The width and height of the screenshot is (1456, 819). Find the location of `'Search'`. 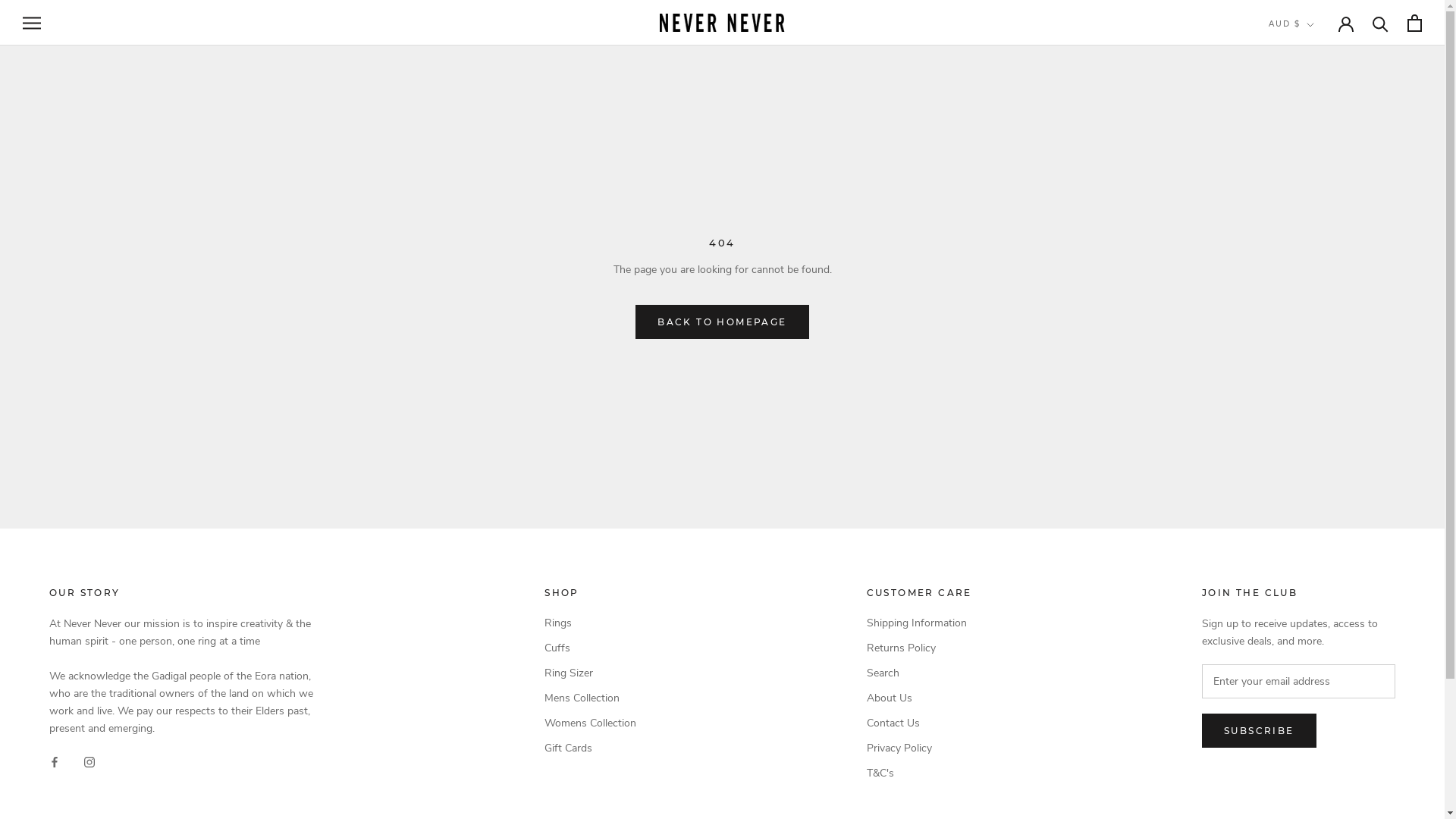

'Search' is located at coordinates (918, 672).